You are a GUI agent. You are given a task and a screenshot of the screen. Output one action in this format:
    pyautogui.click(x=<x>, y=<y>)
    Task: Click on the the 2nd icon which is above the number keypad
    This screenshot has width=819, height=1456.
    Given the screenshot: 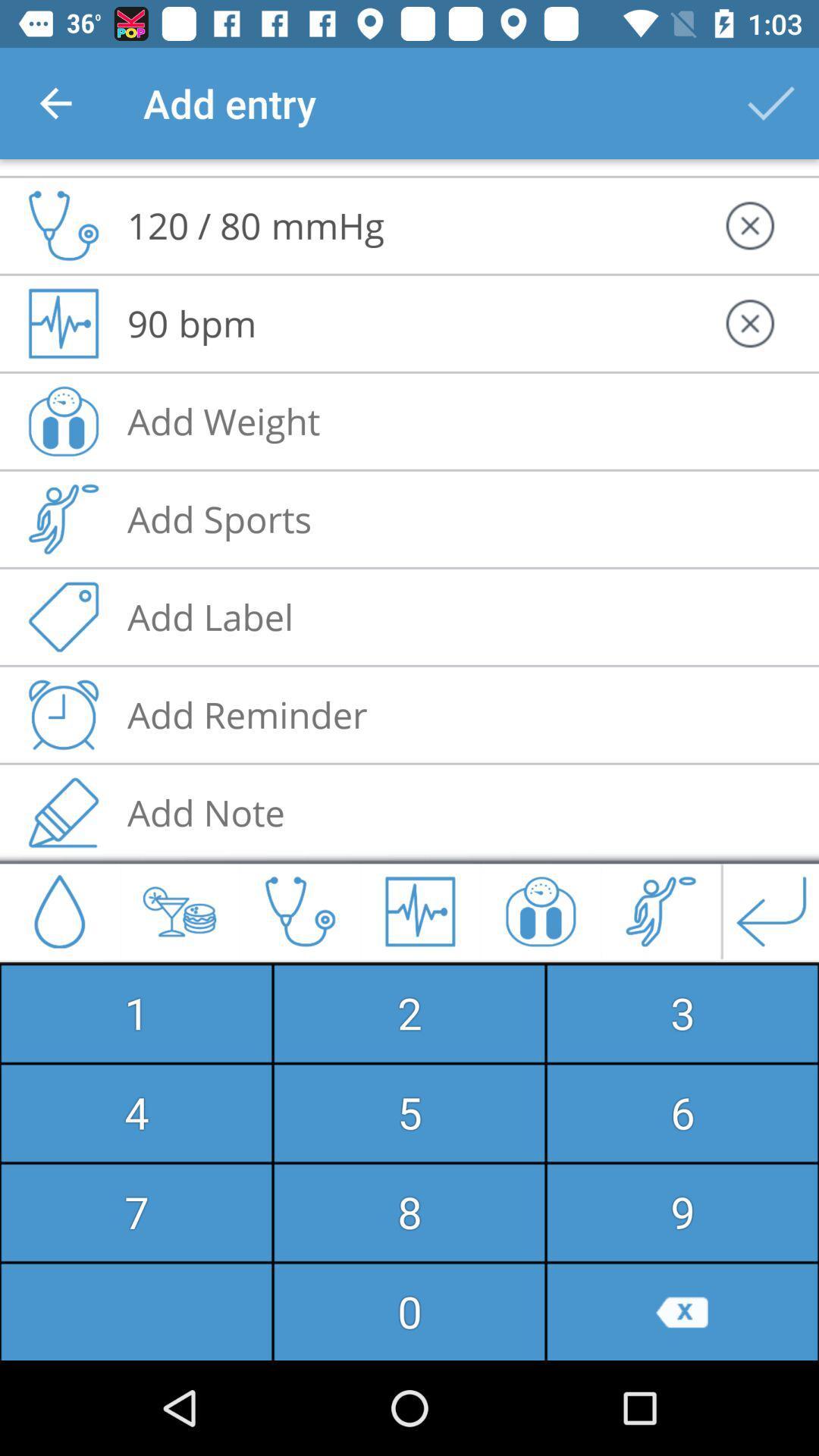 What is the action you would take?
    pyautogui.click(x=178, y=910)
    